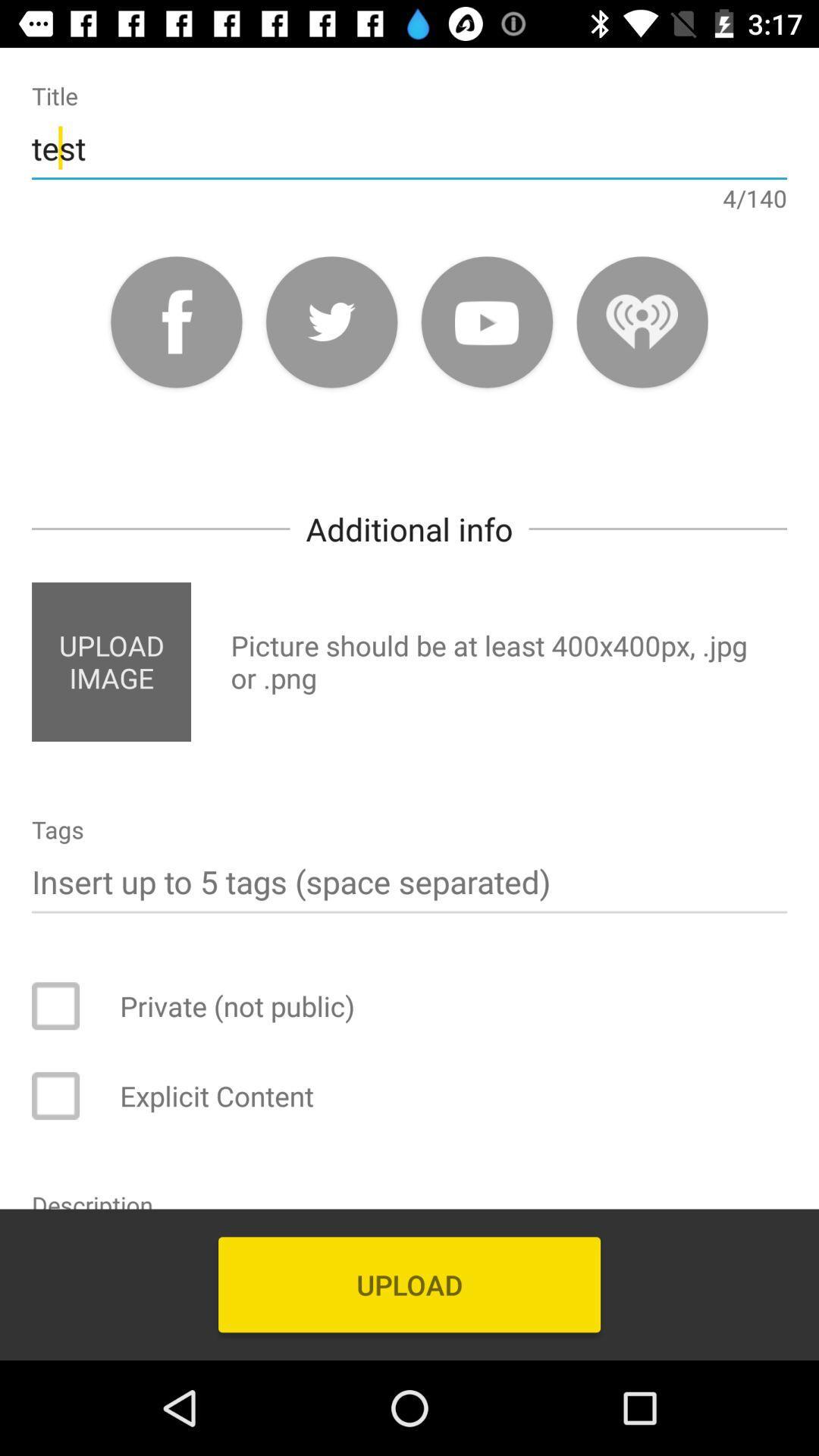 Image resolution: width=819 pixels, height=1456 pixels. What do you see at coordinates (65, 1006) in the screenshot?
I see `make it private` at bounding box center [65, 1006].